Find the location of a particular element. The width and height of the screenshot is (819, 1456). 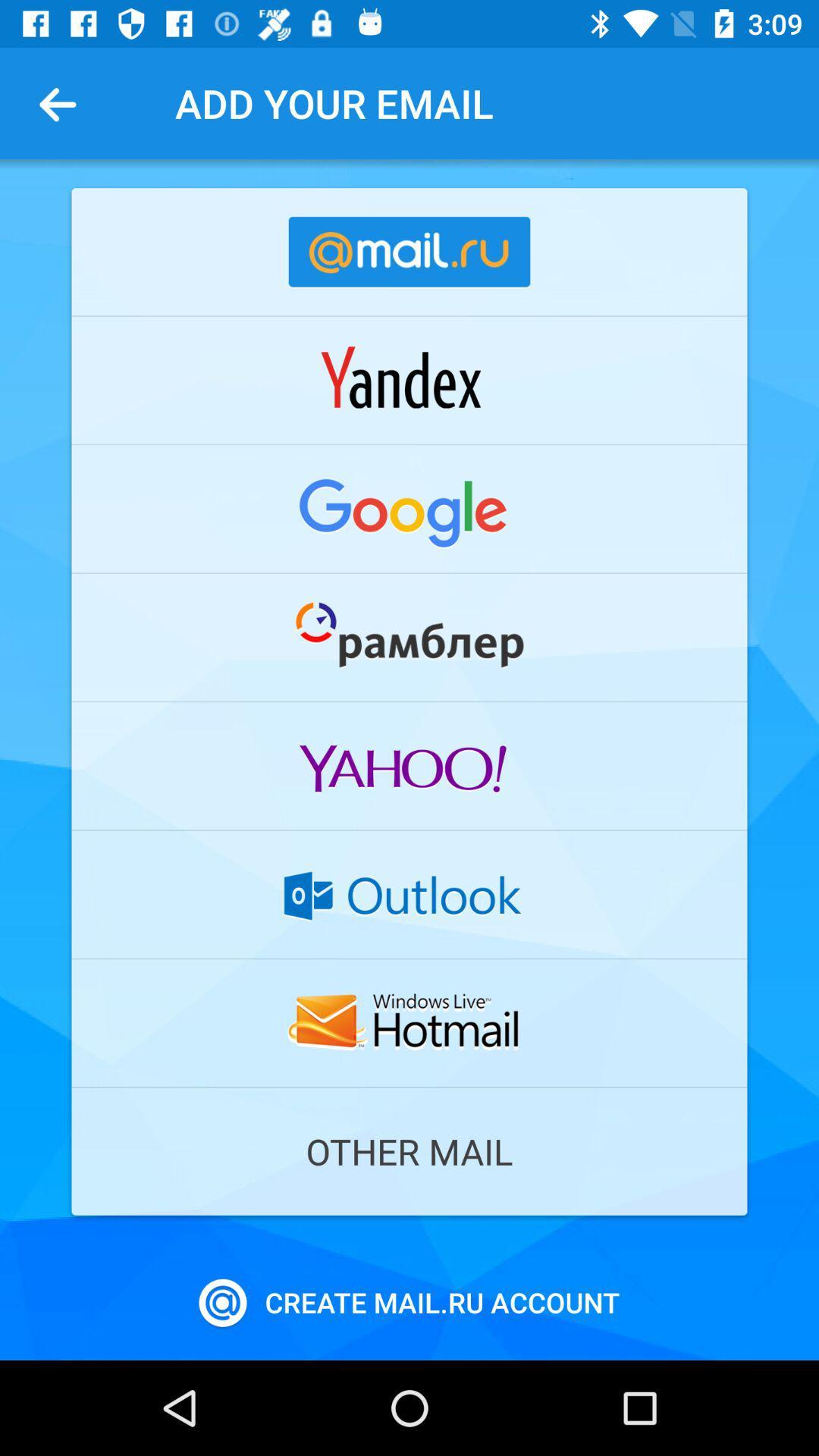

open gmail log in is located at coordinates (409, 509).